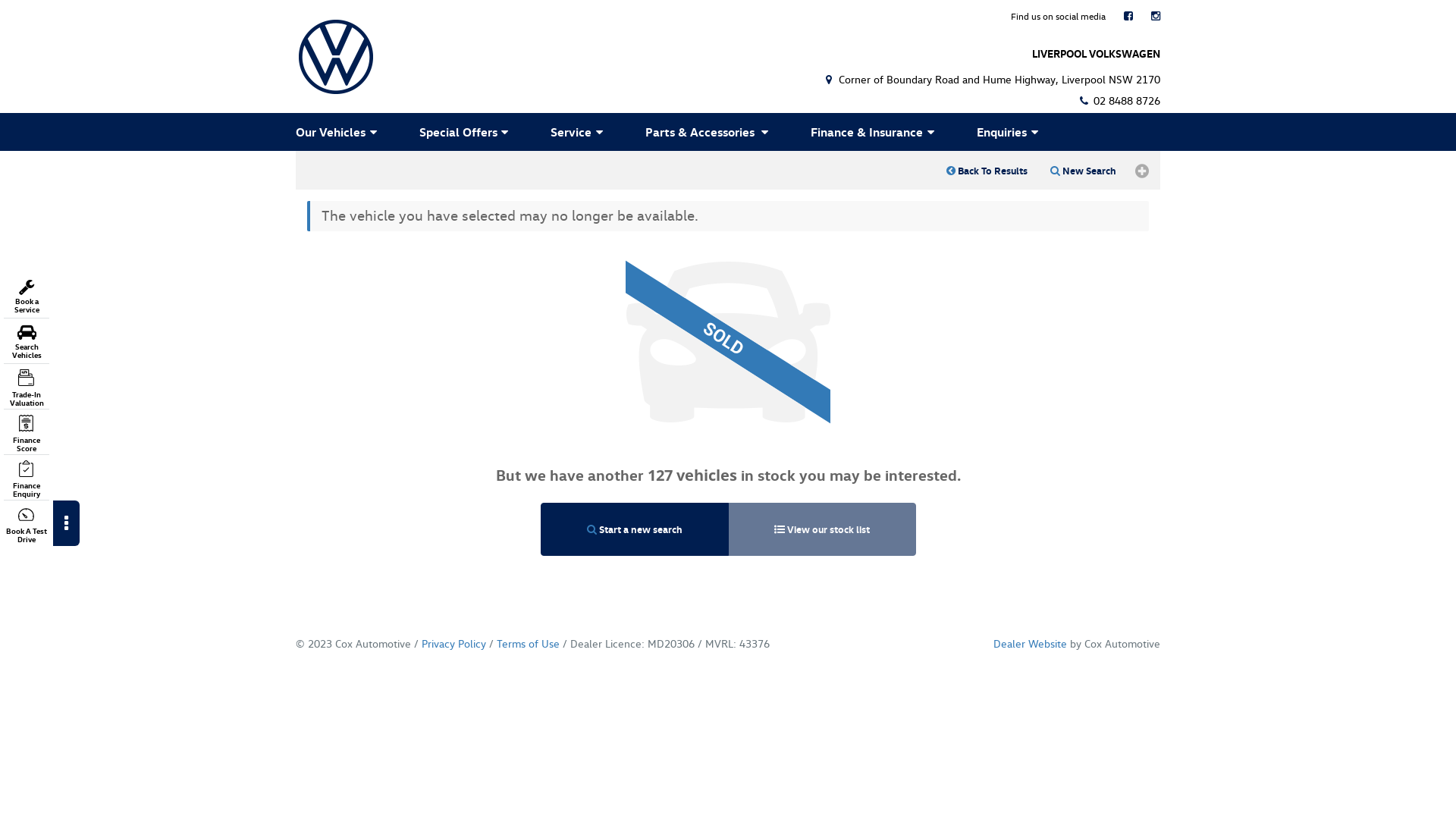 This screenshot has width=1456, height=819. Describe the element at coordinates (26, 342) in the screenshot. I see `'Search Vehicles'` at that location.